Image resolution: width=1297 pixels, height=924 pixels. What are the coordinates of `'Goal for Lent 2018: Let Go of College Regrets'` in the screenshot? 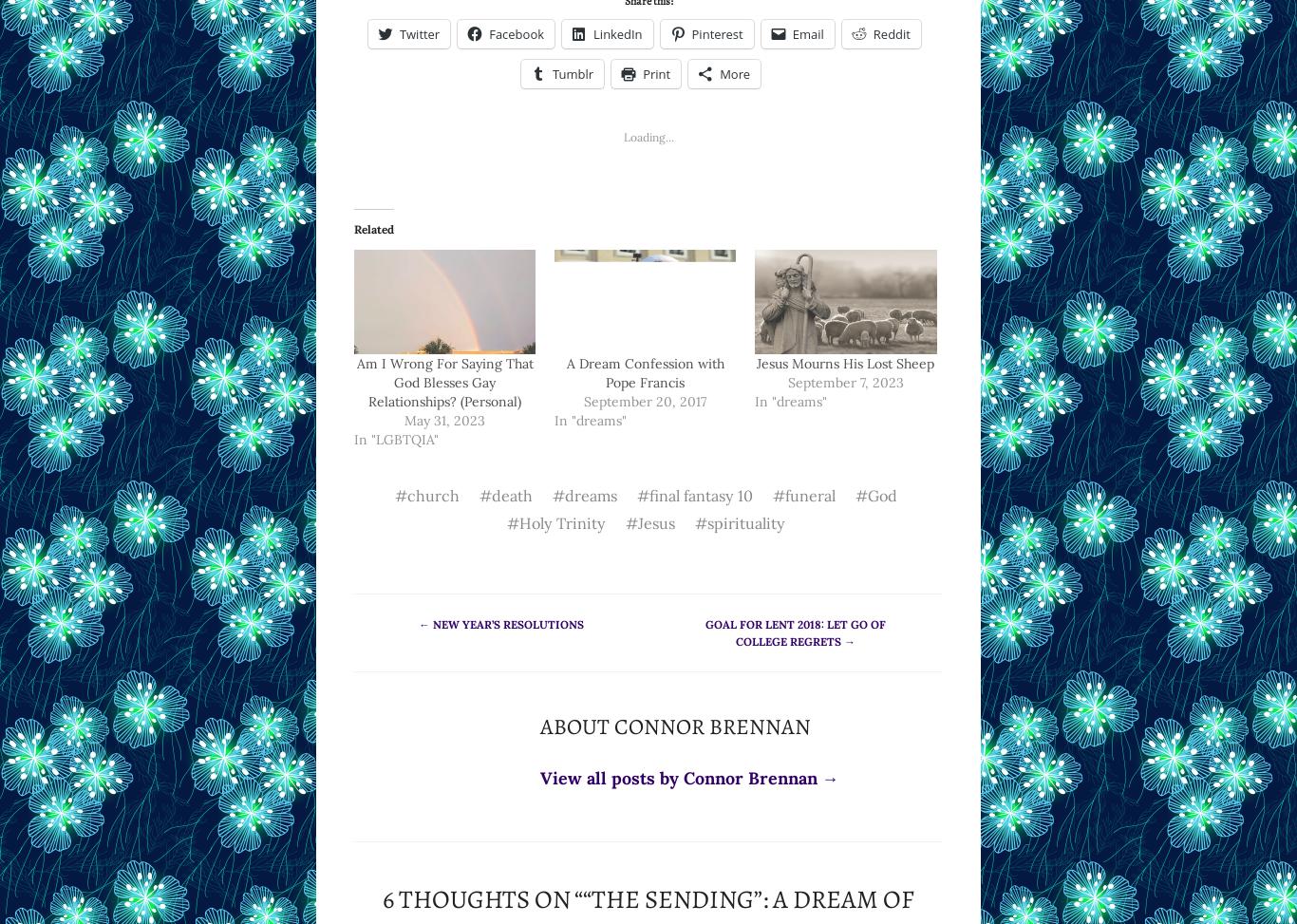 It's located at (795, 632).